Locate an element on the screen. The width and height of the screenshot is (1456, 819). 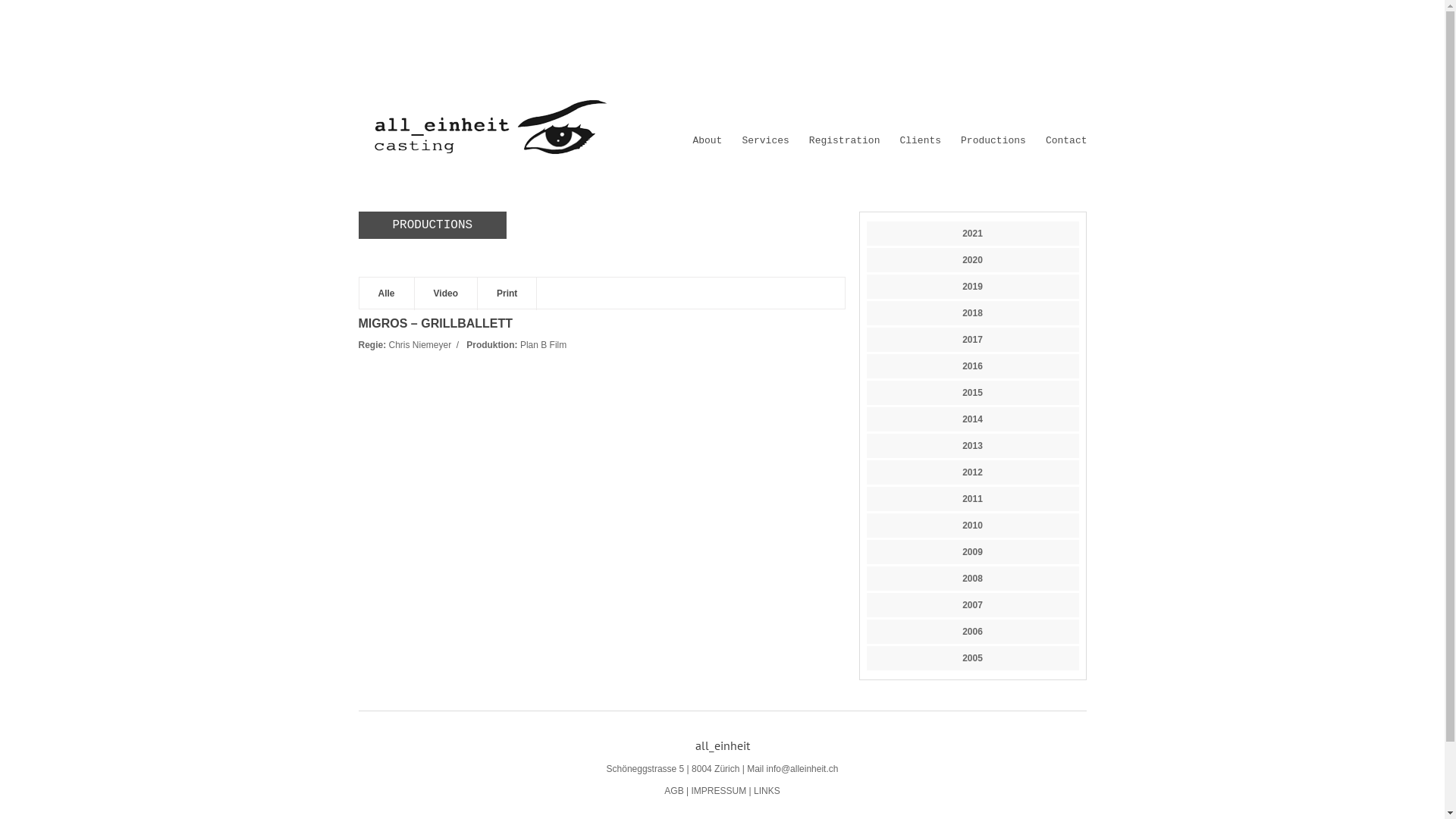
'2005' is located at coordinates (971, 657).